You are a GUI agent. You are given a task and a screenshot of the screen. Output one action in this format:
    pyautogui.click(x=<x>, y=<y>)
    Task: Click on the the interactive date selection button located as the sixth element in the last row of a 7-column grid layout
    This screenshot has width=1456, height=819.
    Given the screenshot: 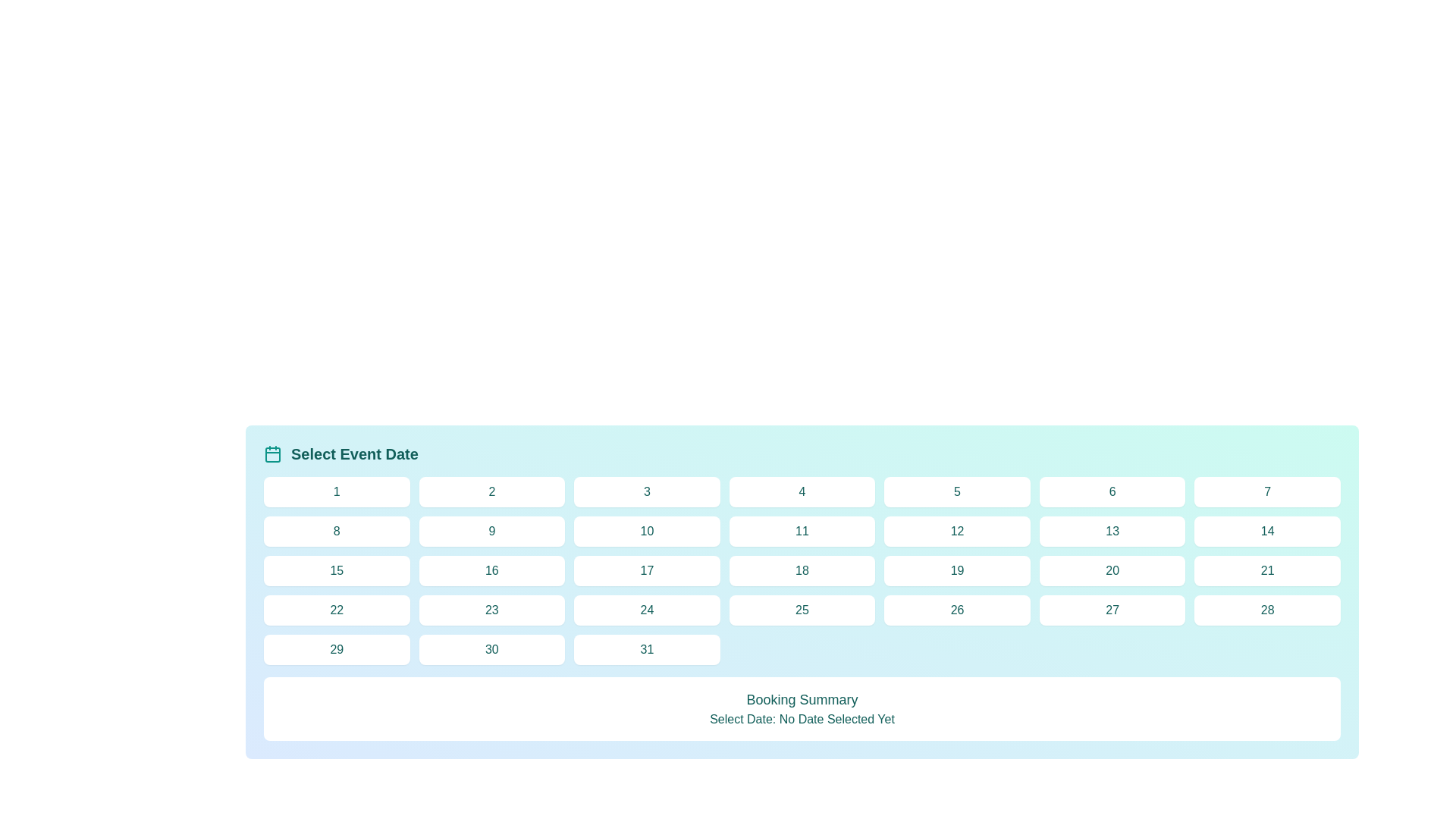 What is the action you would take?
    pyautogui.click(x=491, y=648)
    